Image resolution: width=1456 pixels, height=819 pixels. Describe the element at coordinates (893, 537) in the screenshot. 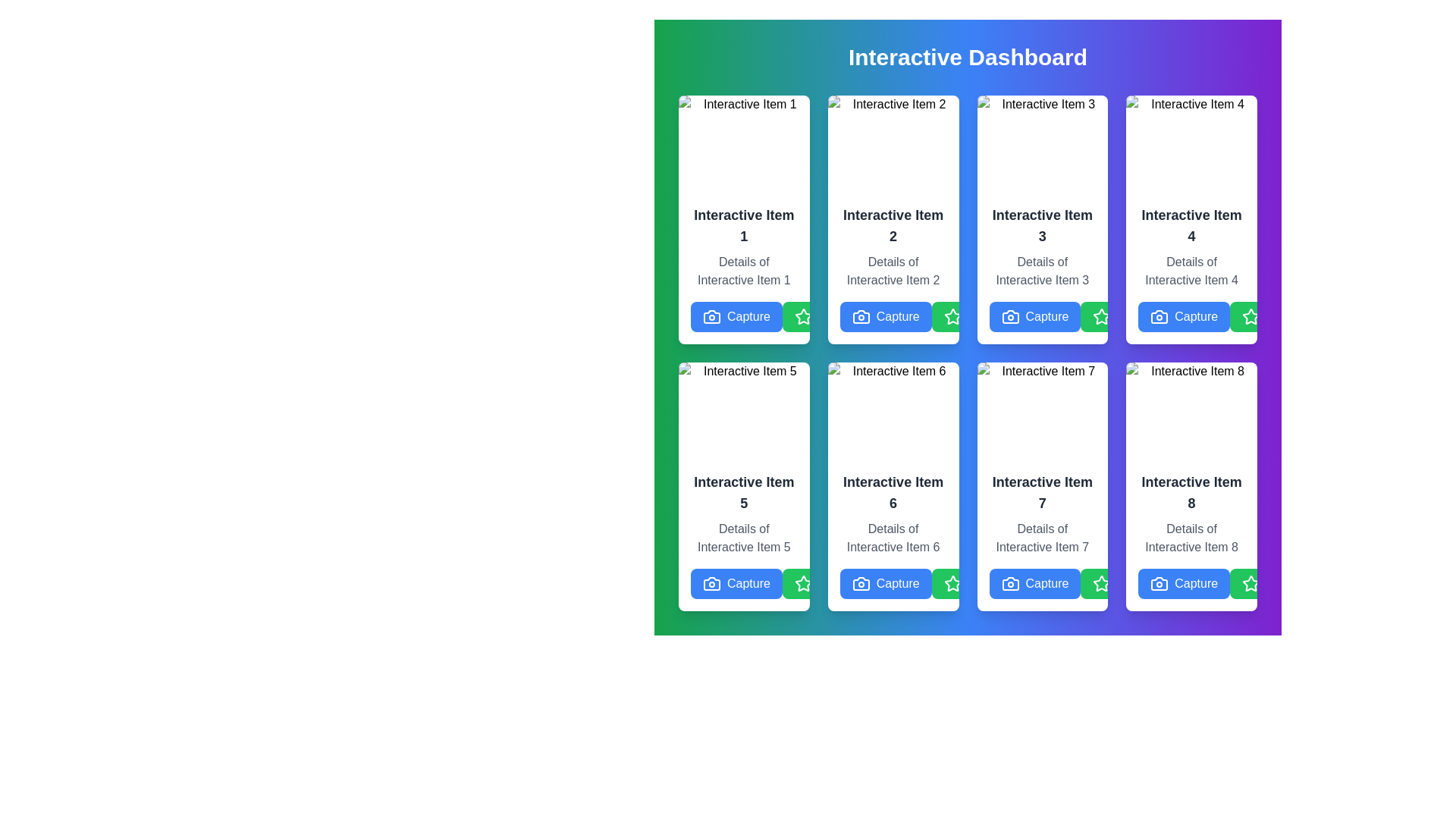

I see `the static text label that reads 'Details of Interactive Item 6', located under the heading 'Interactive Item 6'` at that location.